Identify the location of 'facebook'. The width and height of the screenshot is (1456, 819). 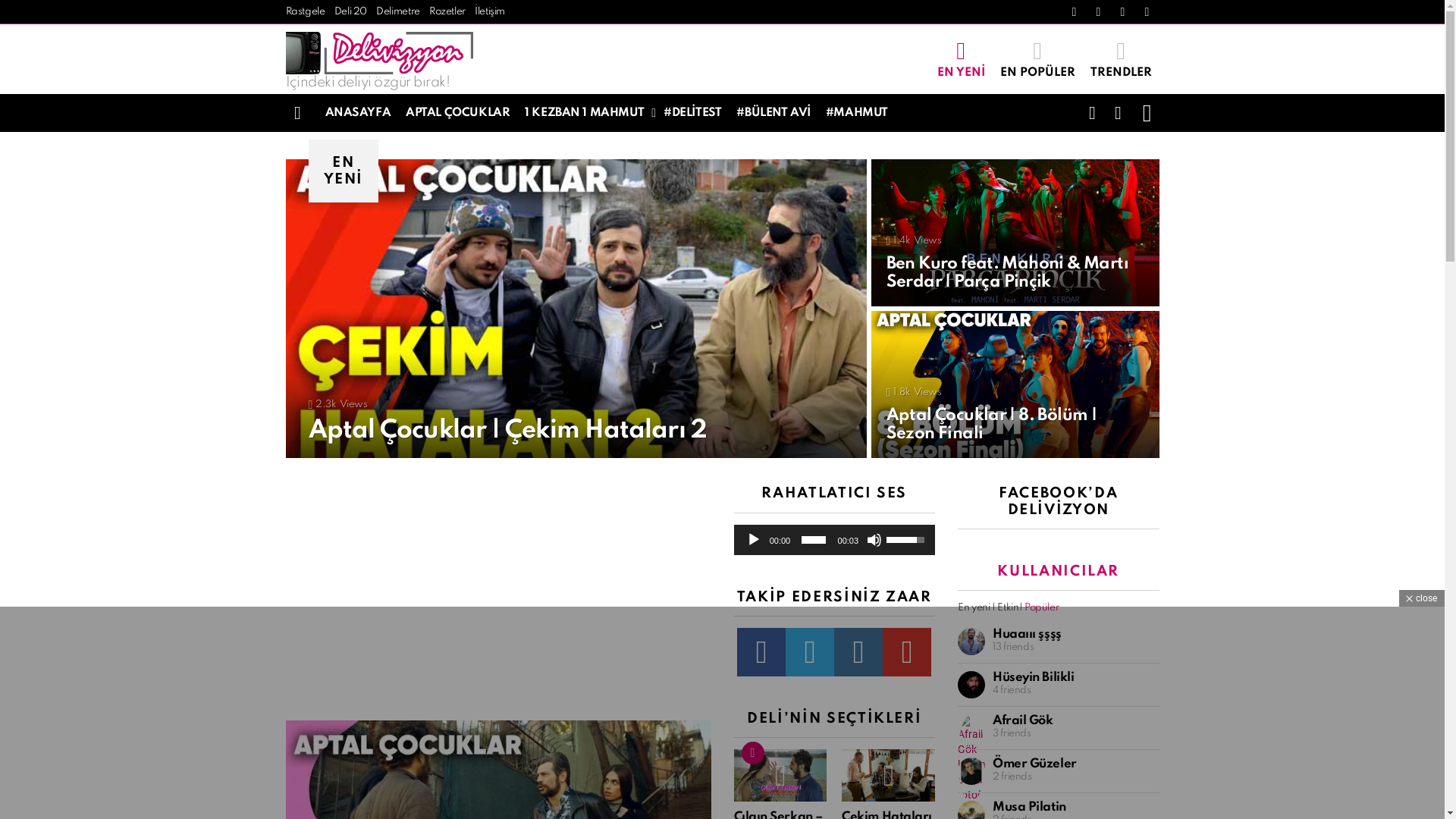
(761, 651).